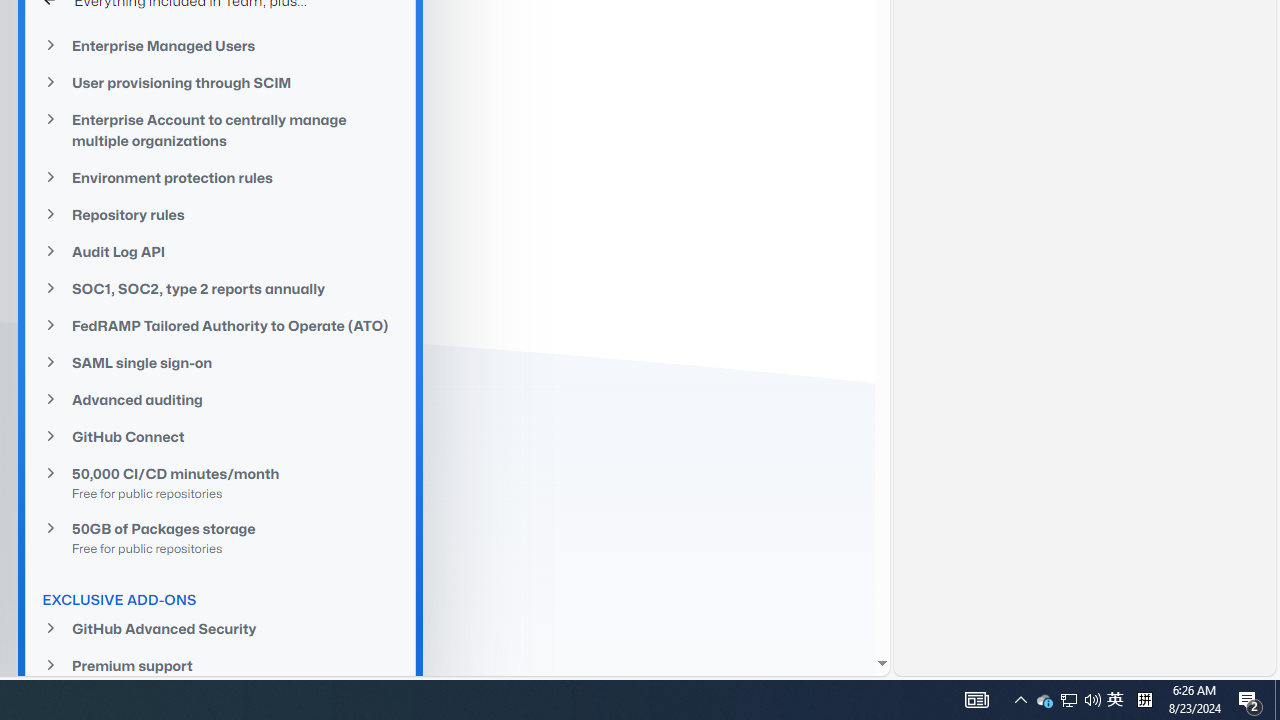  Describe the element at coordinates (220, 214) in the screenshot. I see `'Repository rules'` at that location.